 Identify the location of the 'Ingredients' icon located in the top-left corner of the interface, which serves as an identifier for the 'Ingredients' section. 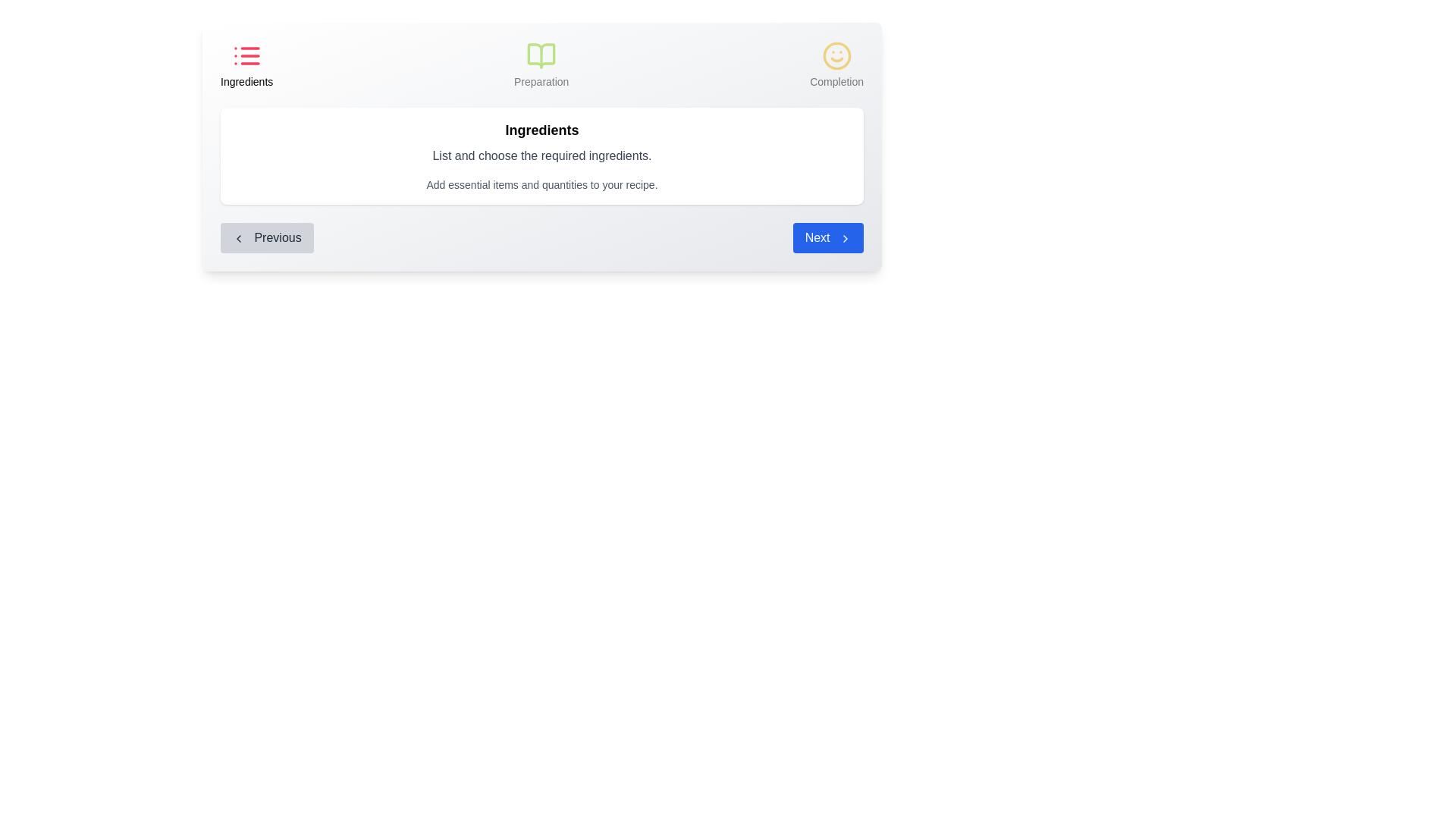
(246, 55).